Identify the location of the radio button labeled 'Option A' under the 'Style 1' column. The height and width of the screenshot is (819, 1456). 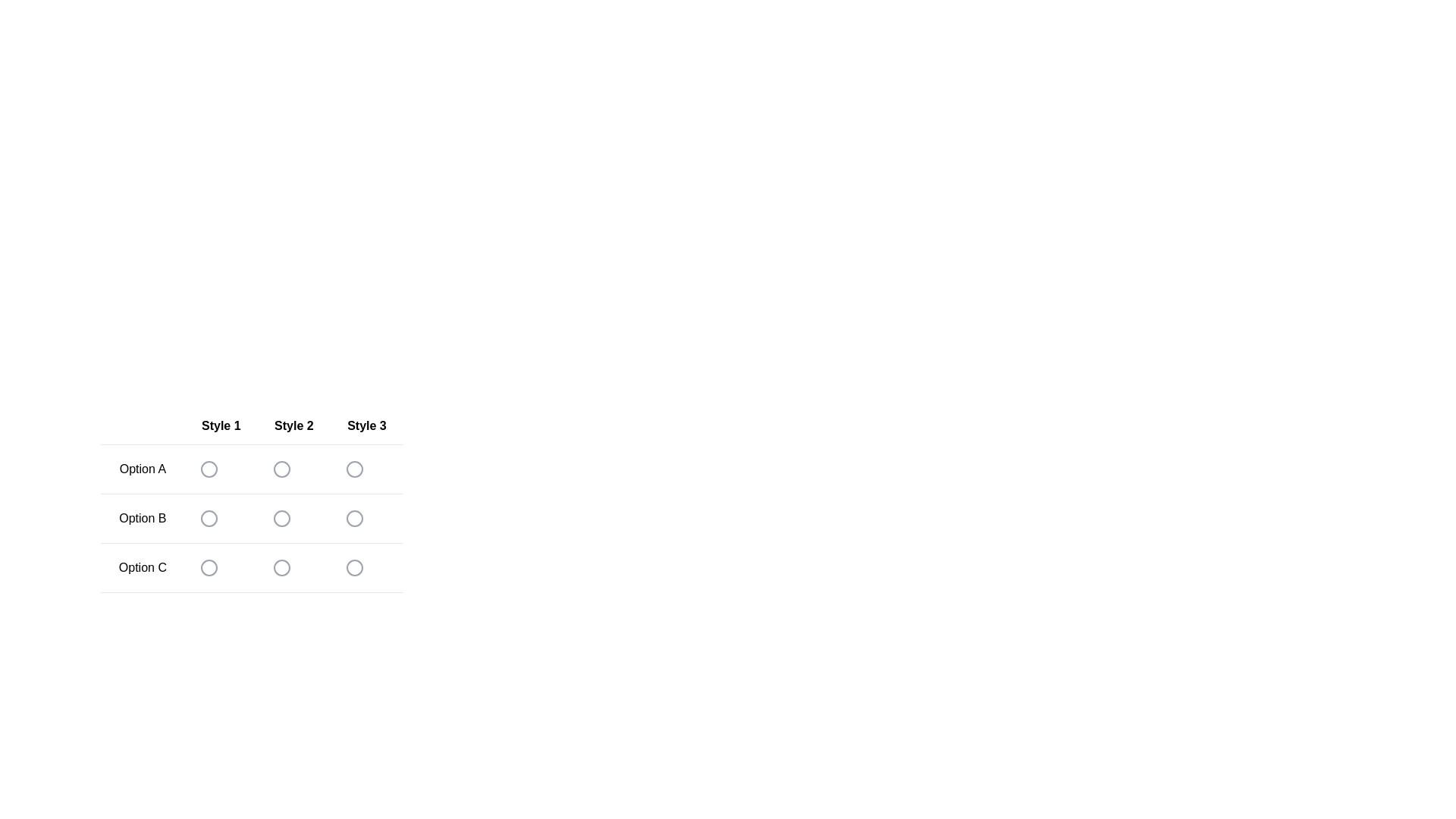
(208, 468).